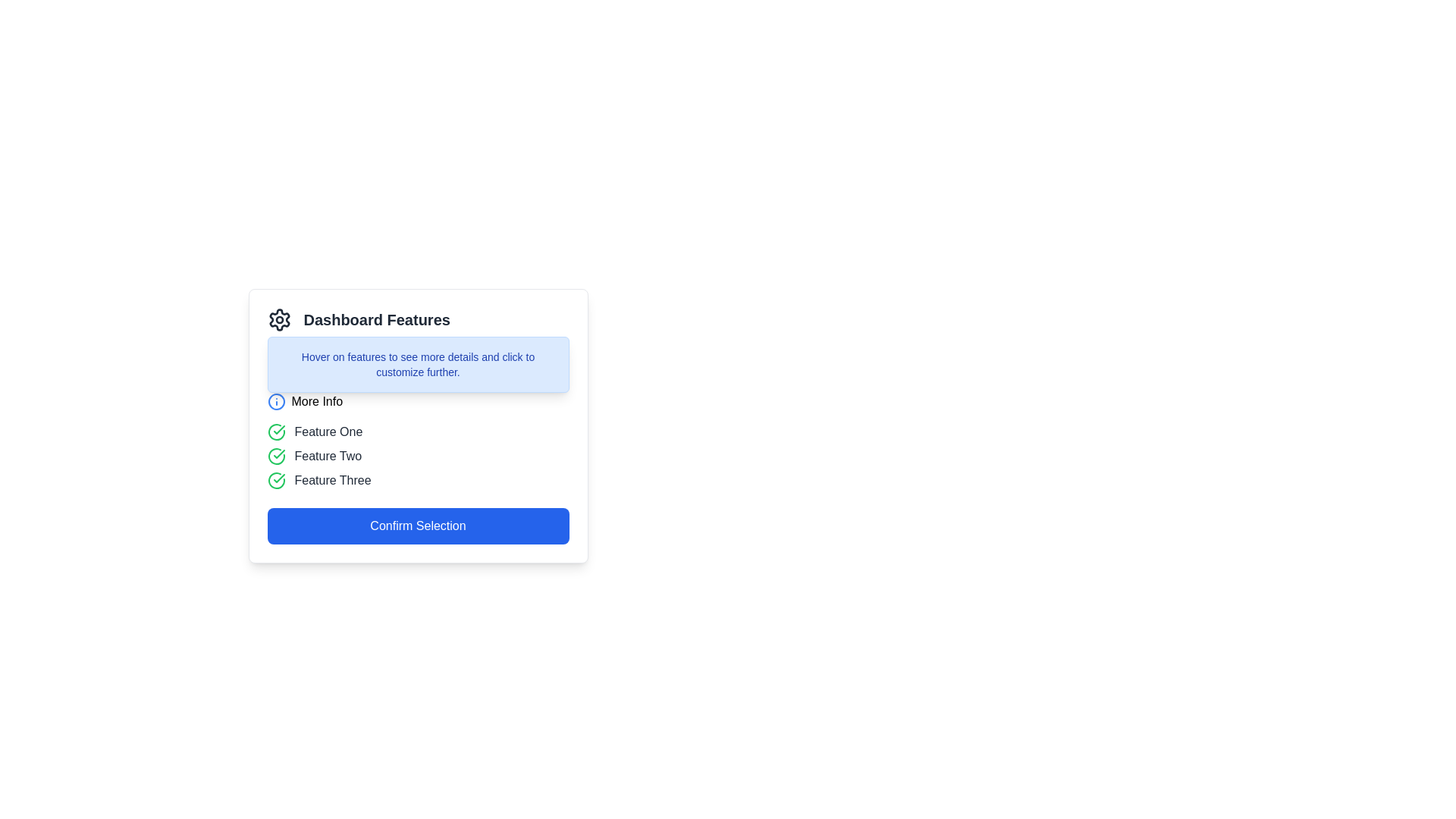 The height and width of the screenshot is (819, 1456). Describe the element at coordinates (418, 426) in the screenshot. I see `within the feature selection interface located below the title 'Dashboard Features' and above the 'Confirm Selection' button` at that location.